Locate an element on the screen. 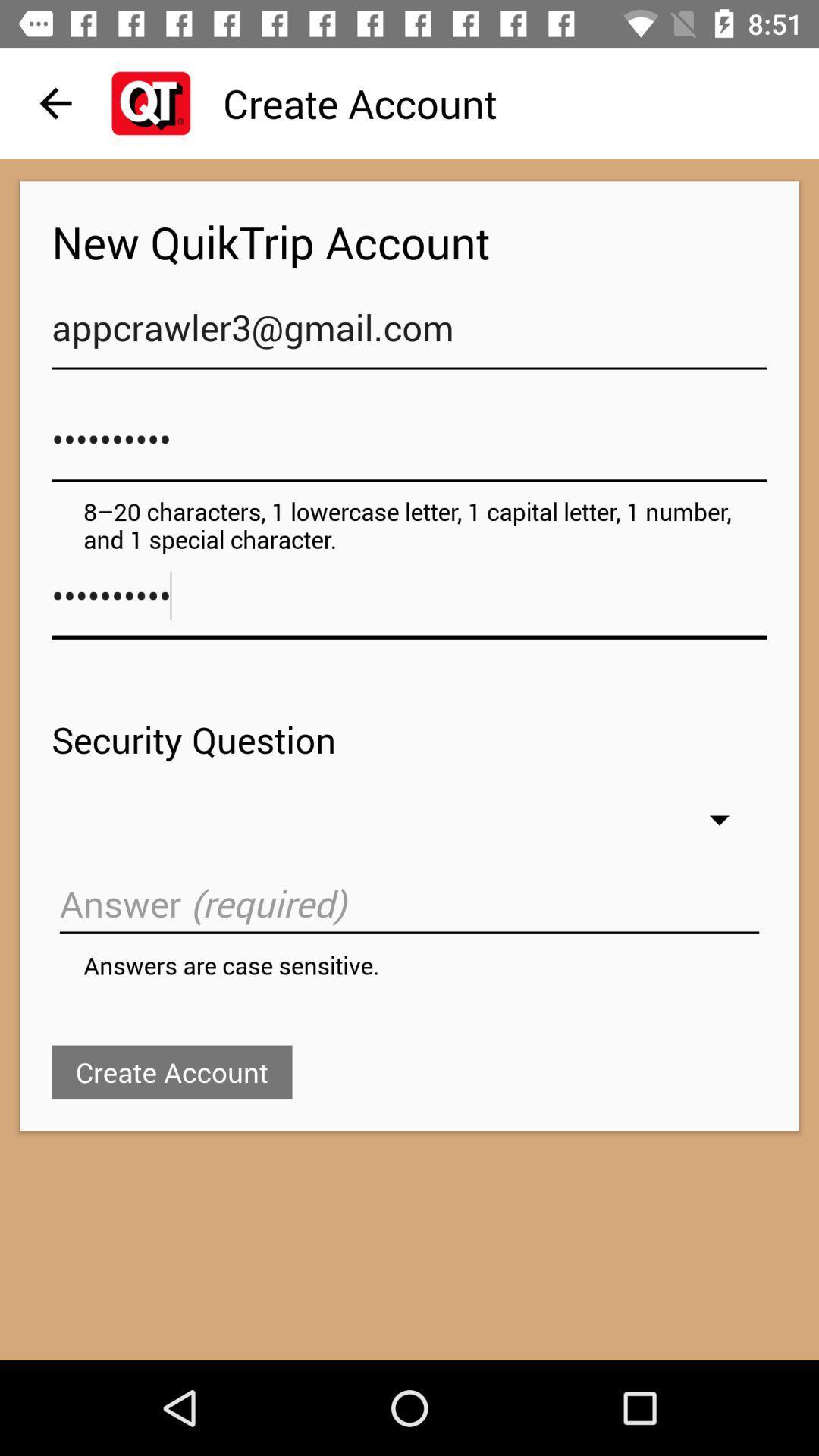 The width and height of the screenshot is (819, 1456). icon above crowd#3116 item is located at coordinates (409, 334).